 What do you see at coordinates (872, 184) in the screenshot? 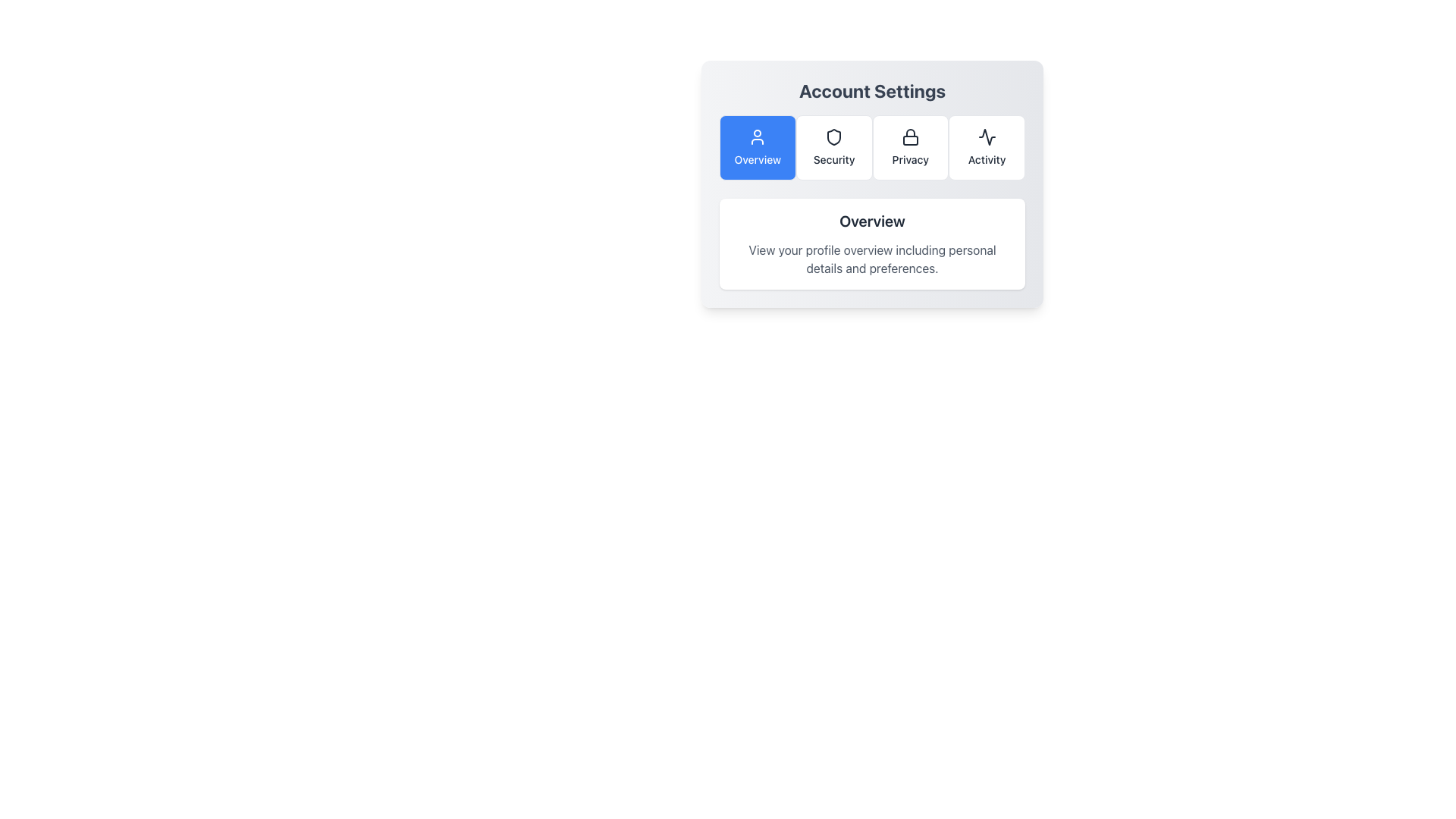
I see `the 'Overview' button within the 'Account Settings' card component for navigation` at bounding box center [872, 184].